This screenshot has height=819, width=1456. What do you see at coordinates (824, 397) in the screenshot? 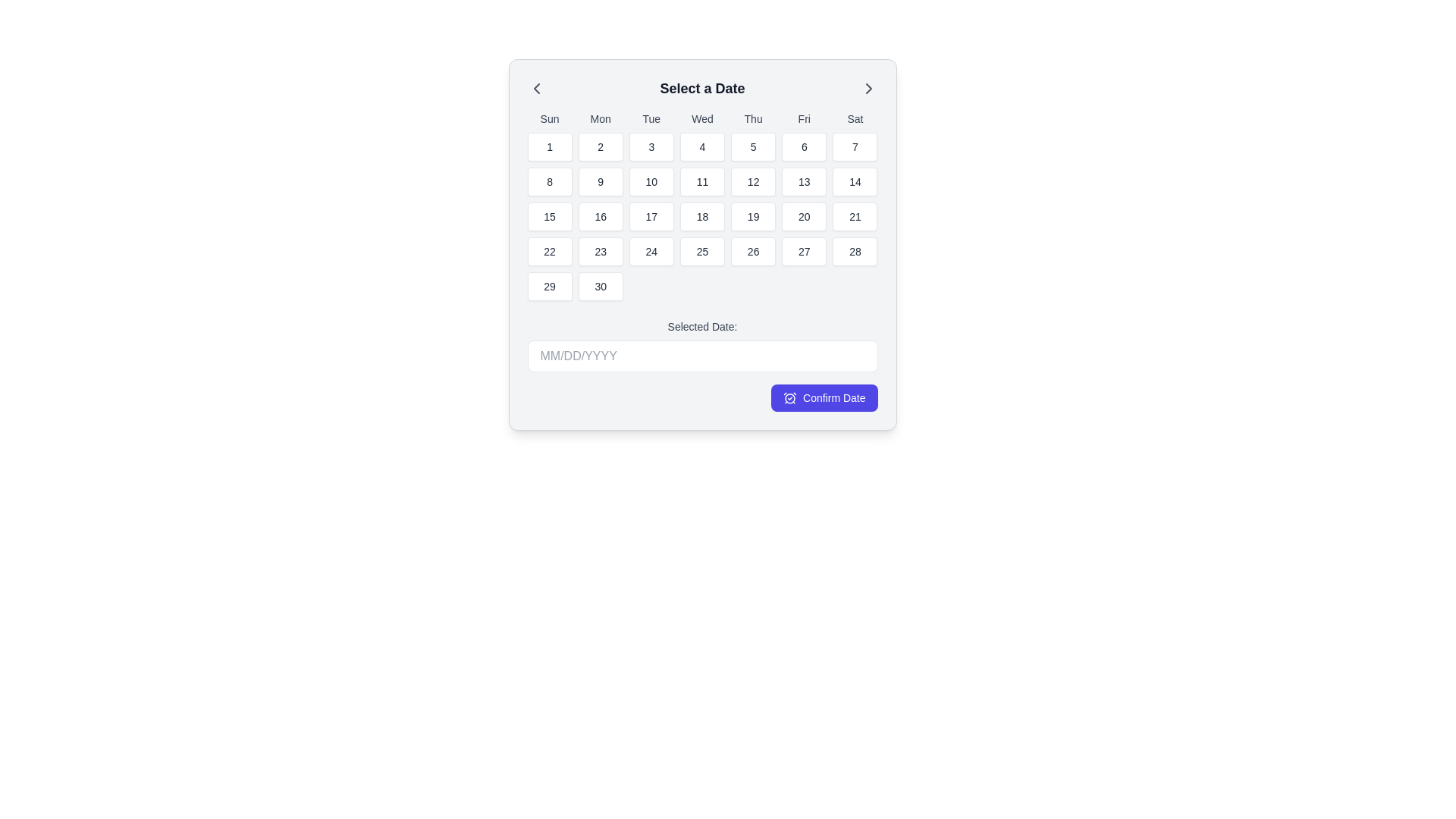
I see `the confirm button located at the bottom-right corner of the date selection modal to confirm the selected date` at bounding box center [824, 397].